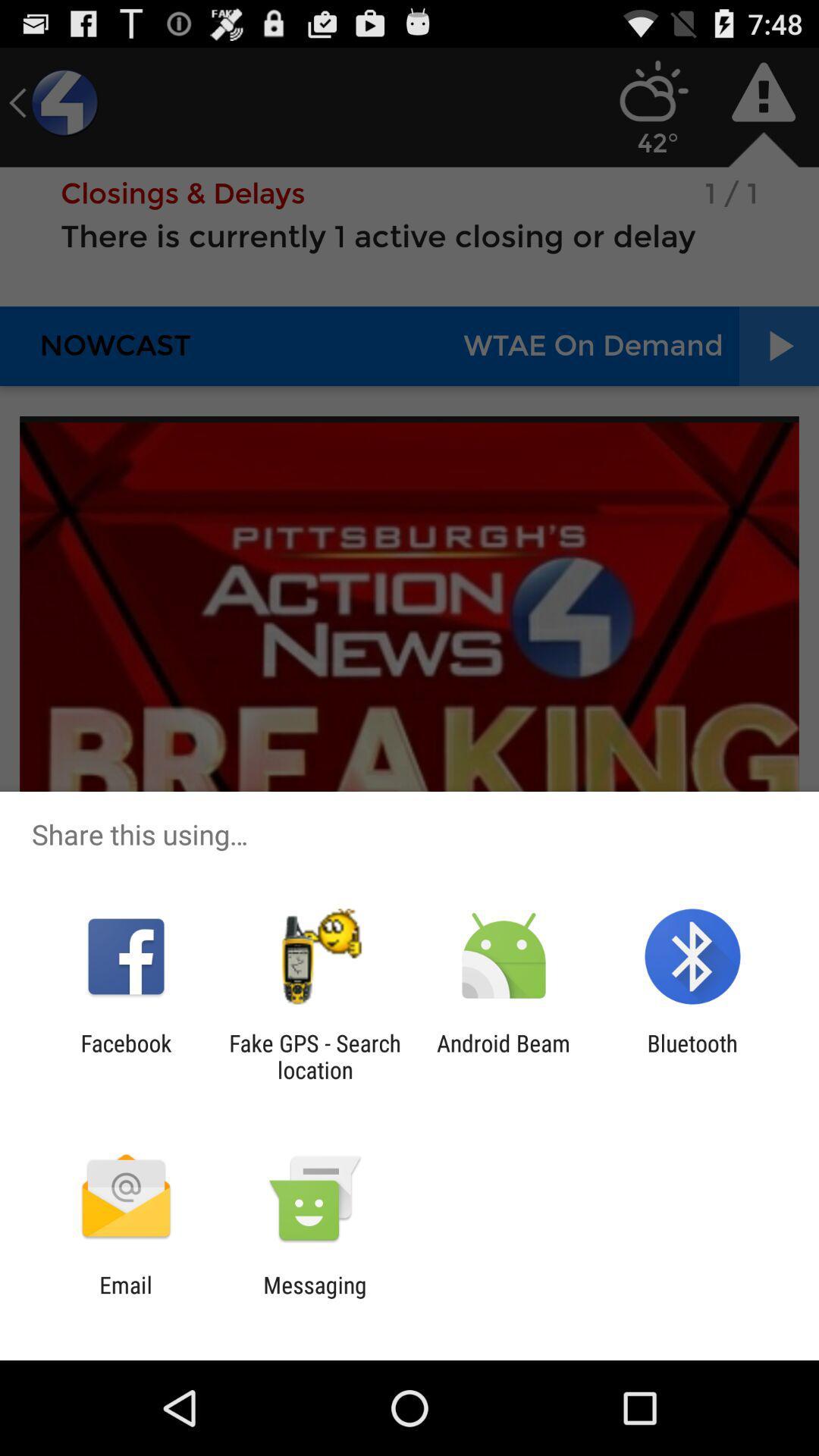  I want to click on the app next to the android beam item, so click(692, 1056).